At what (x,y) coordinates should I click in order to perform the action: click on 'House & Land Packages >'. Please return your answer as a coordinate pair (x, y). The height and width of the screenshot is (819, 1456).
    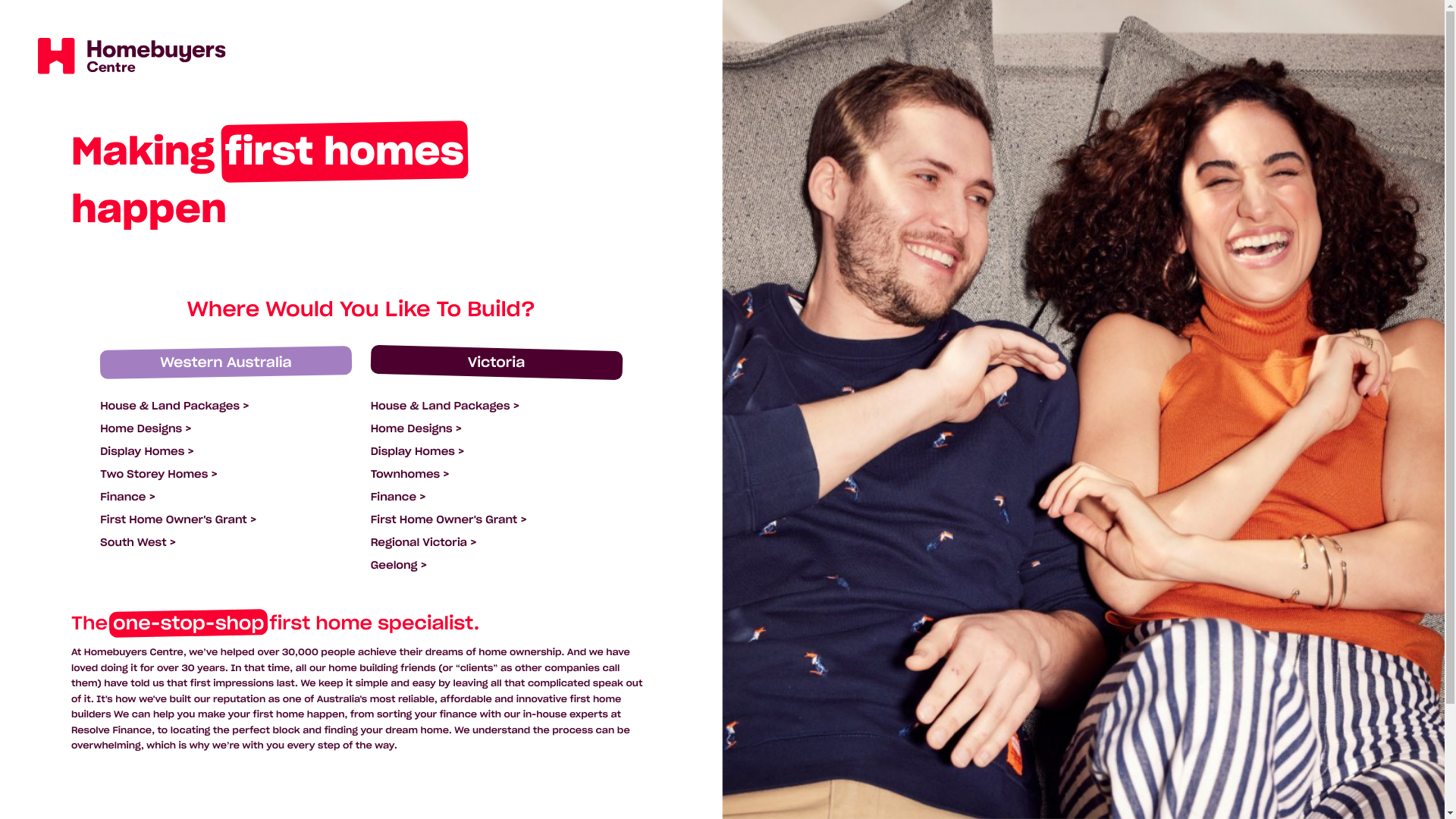
    Looking at the image, I should click on (174, 405).